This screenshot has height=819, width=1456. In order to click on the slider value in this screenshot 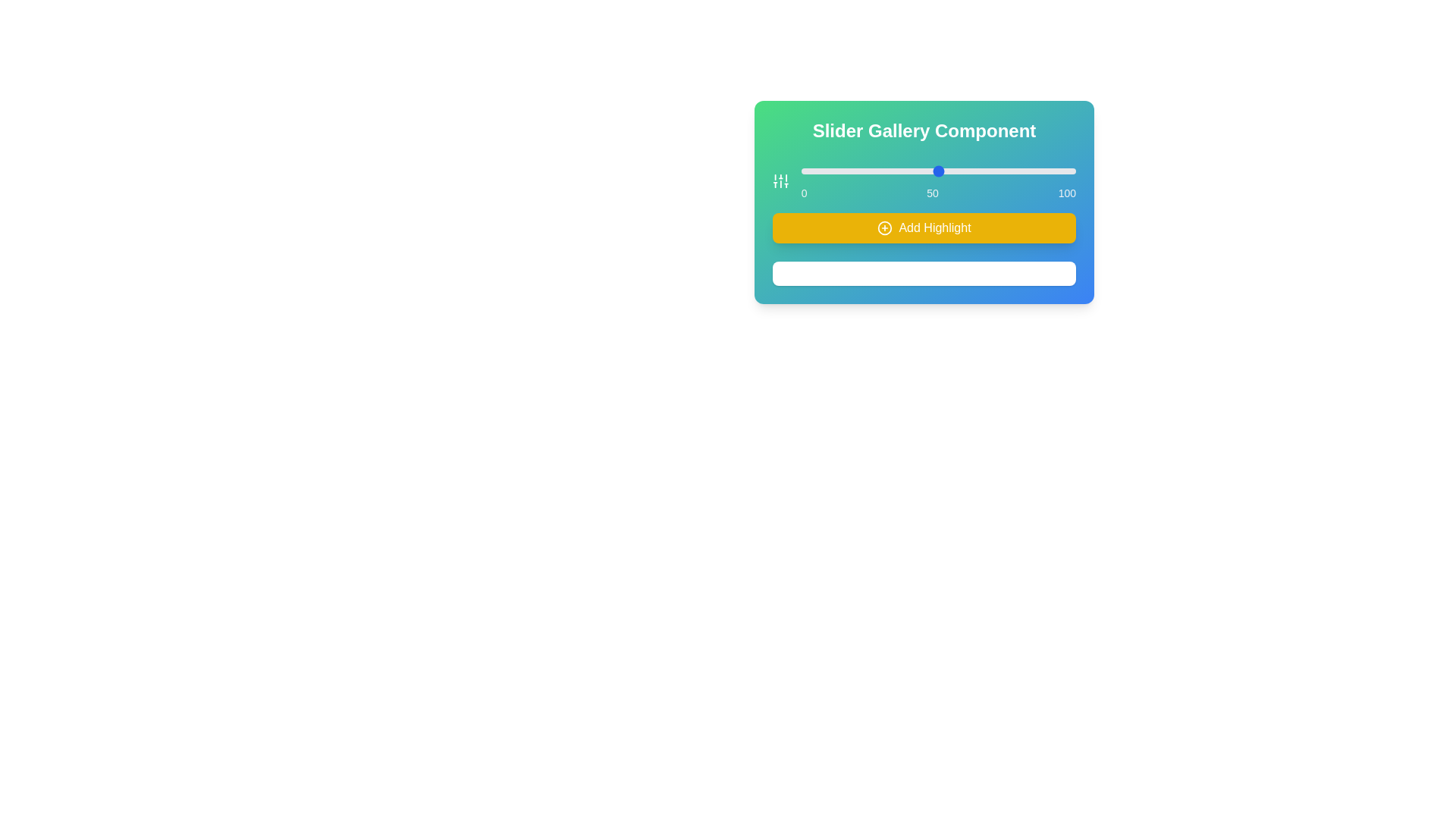, I will do `click(814, 171)`.